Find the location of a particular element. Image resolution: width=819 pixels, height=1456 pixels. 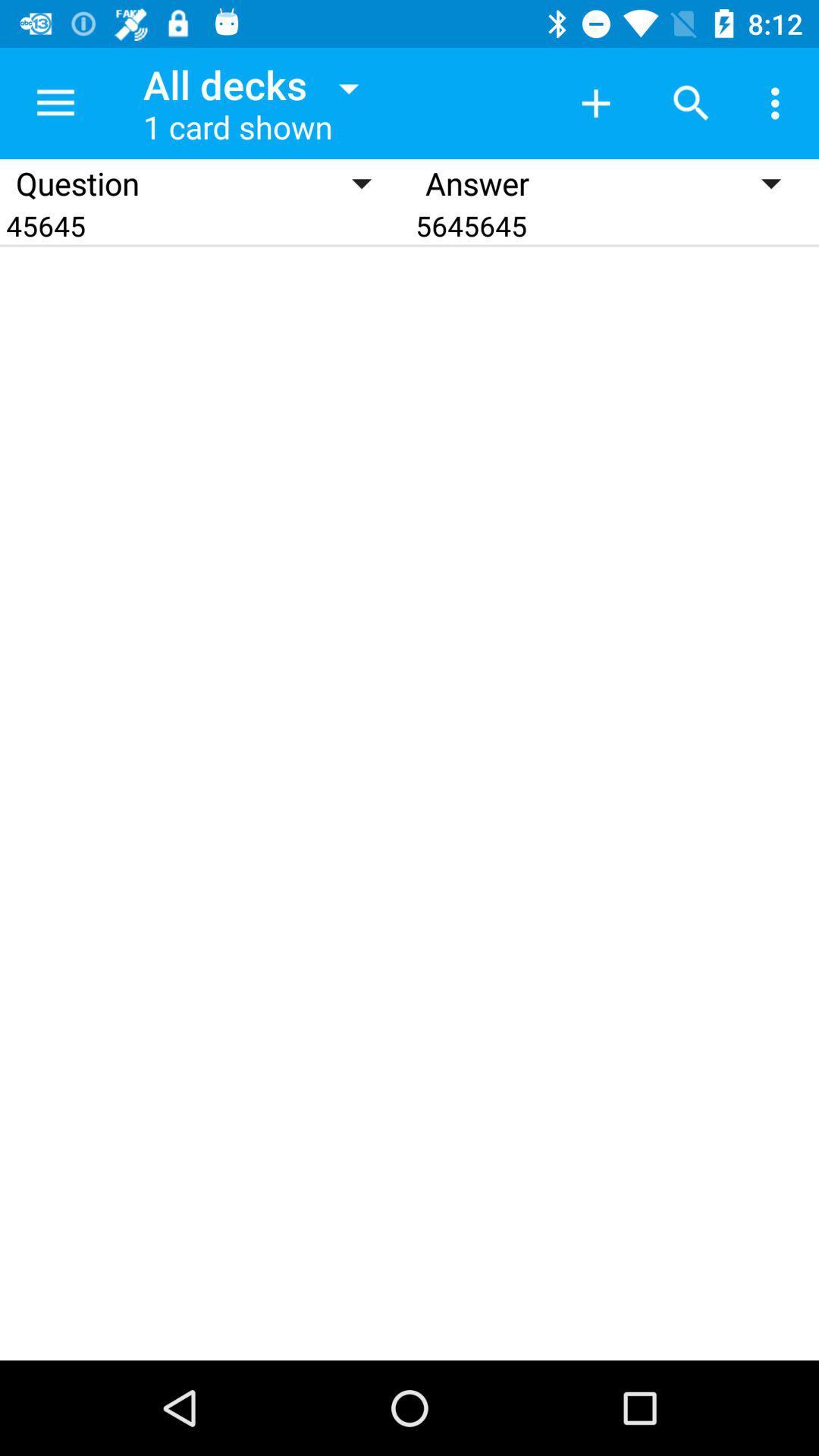

the 5645645 item is located at coordinates (614, 224).